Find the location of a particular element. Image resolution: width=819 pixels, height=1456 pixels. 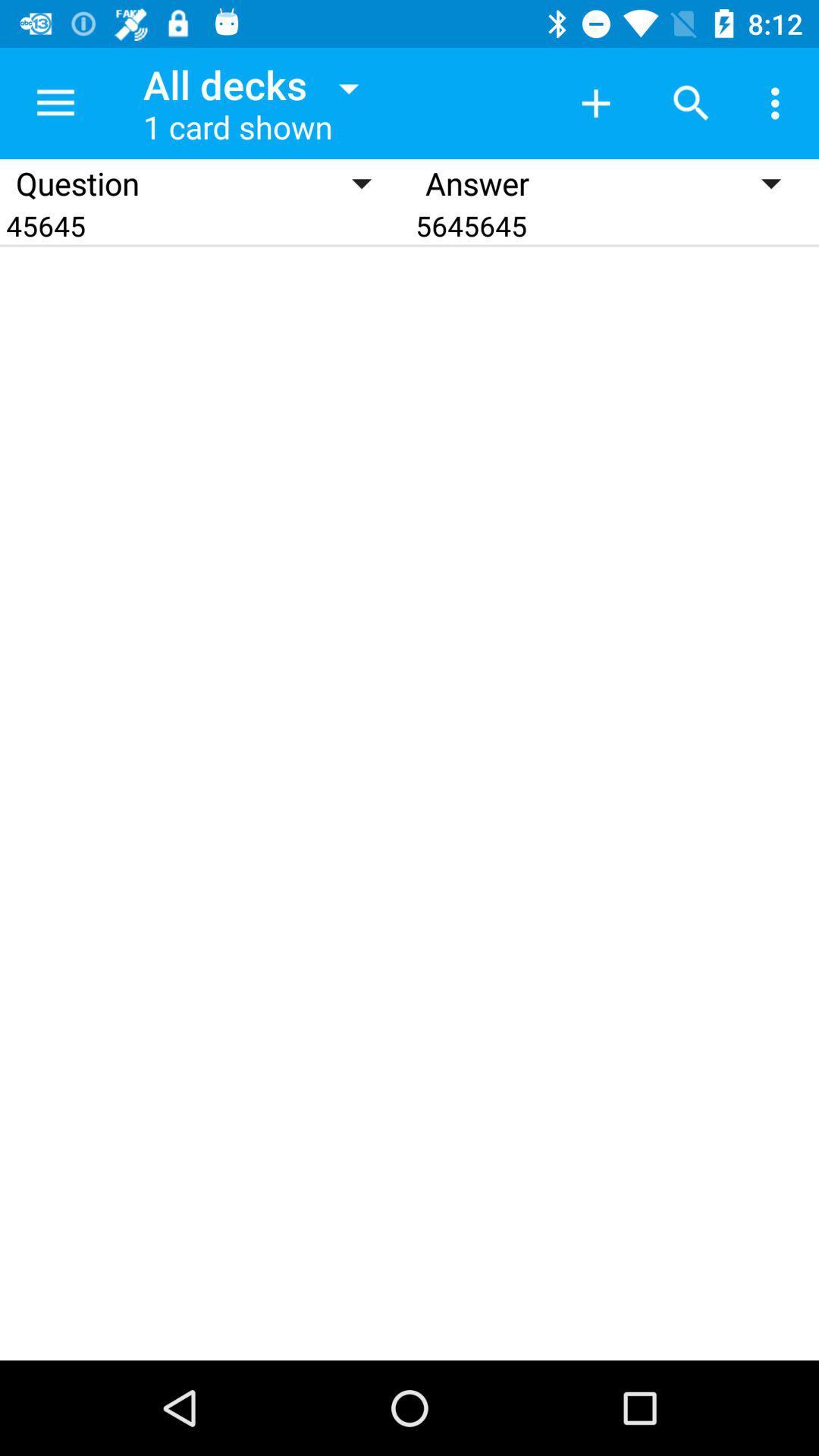

the 5645645 item is located at coordinates (614, 224).